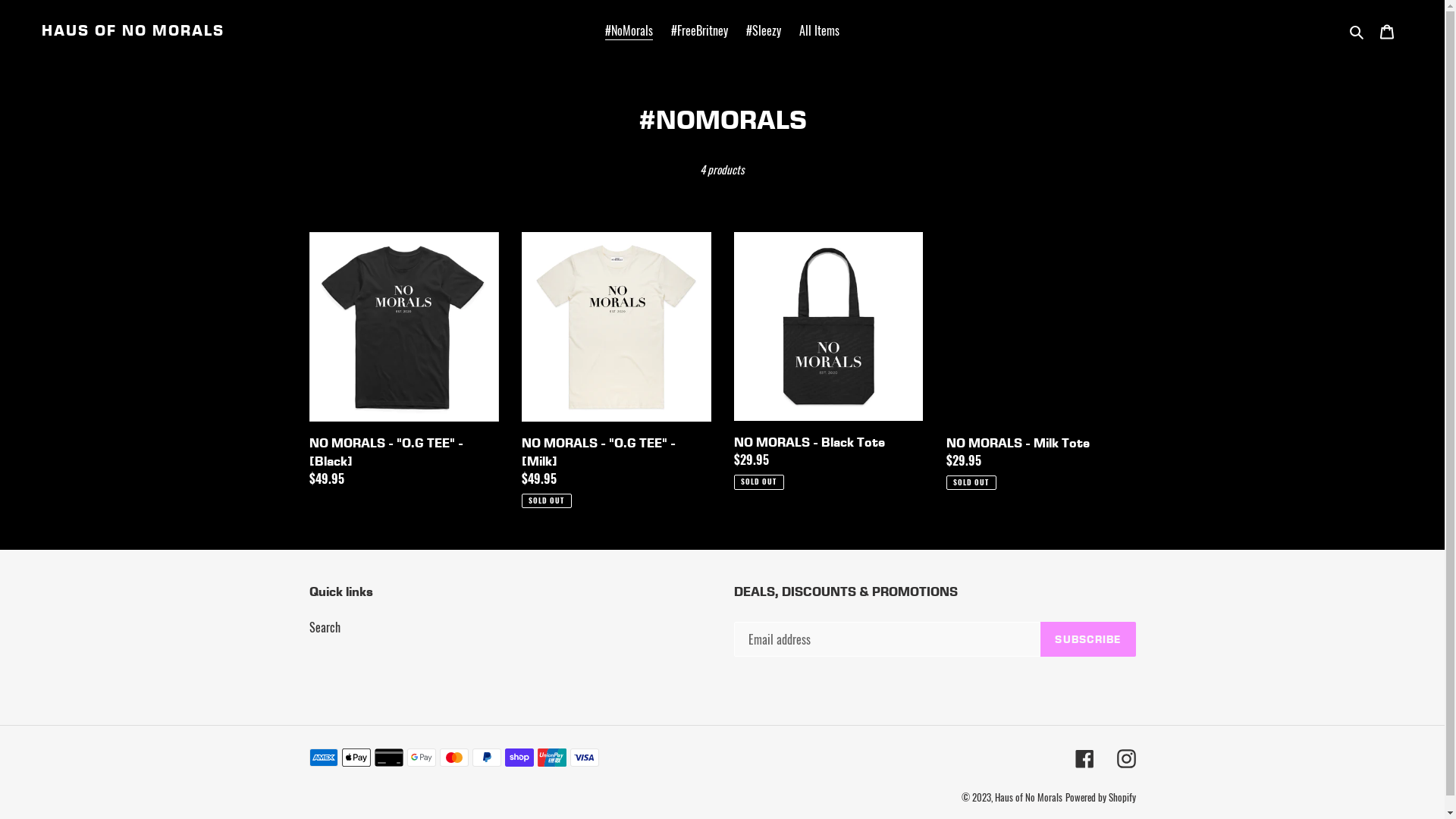 The width and height of the screenshot is (1456, 819). What do you see at coordinates (1028, 795) in the screenshot?
I see `'Haus of No Morals'` at bounding box center [1028, 795].